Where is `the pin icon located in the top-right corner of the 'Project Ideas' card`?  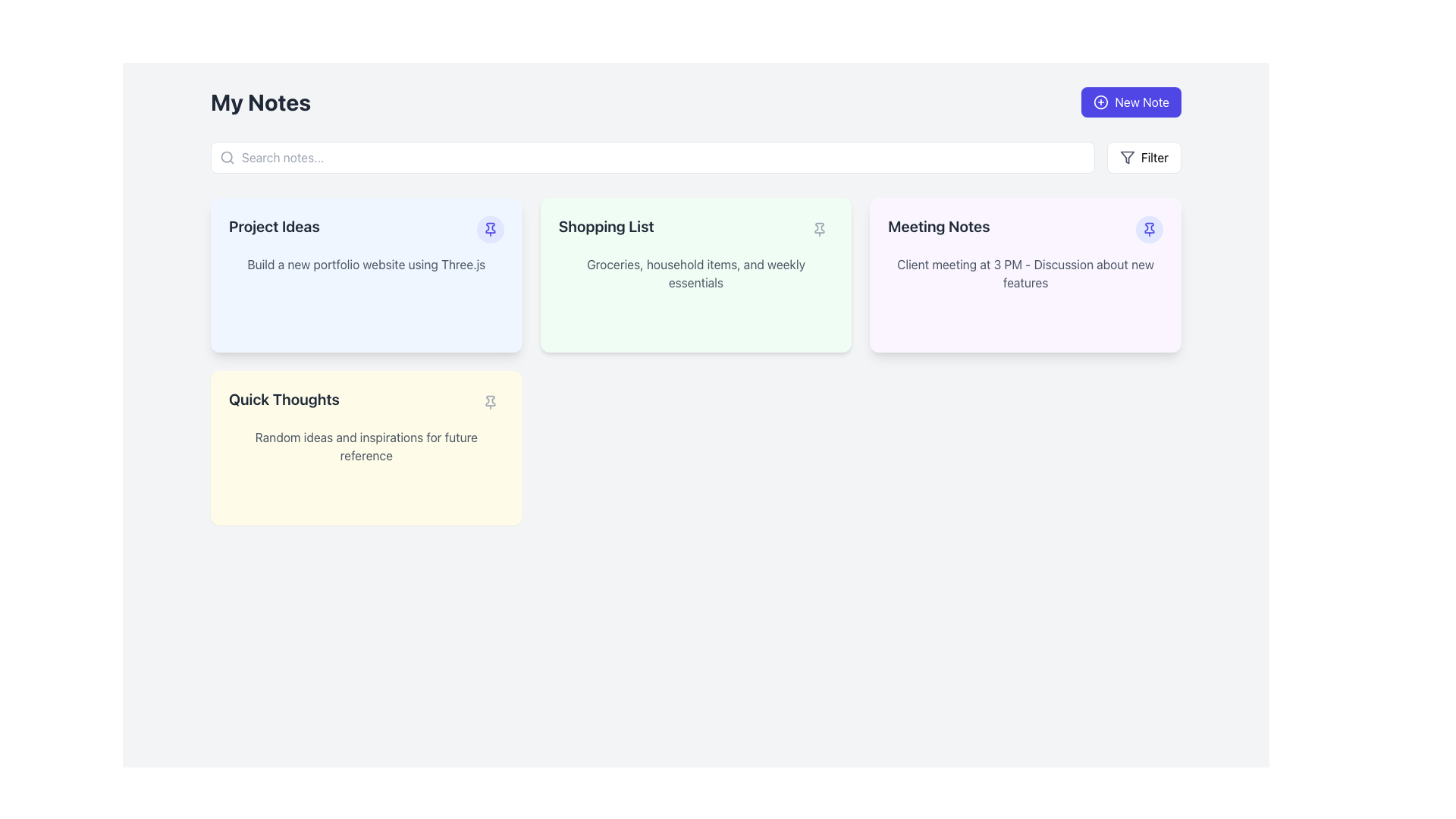 the pin icon located in the top-right corner of the 'Project Ideas' card is located at coordinates (490, 230).